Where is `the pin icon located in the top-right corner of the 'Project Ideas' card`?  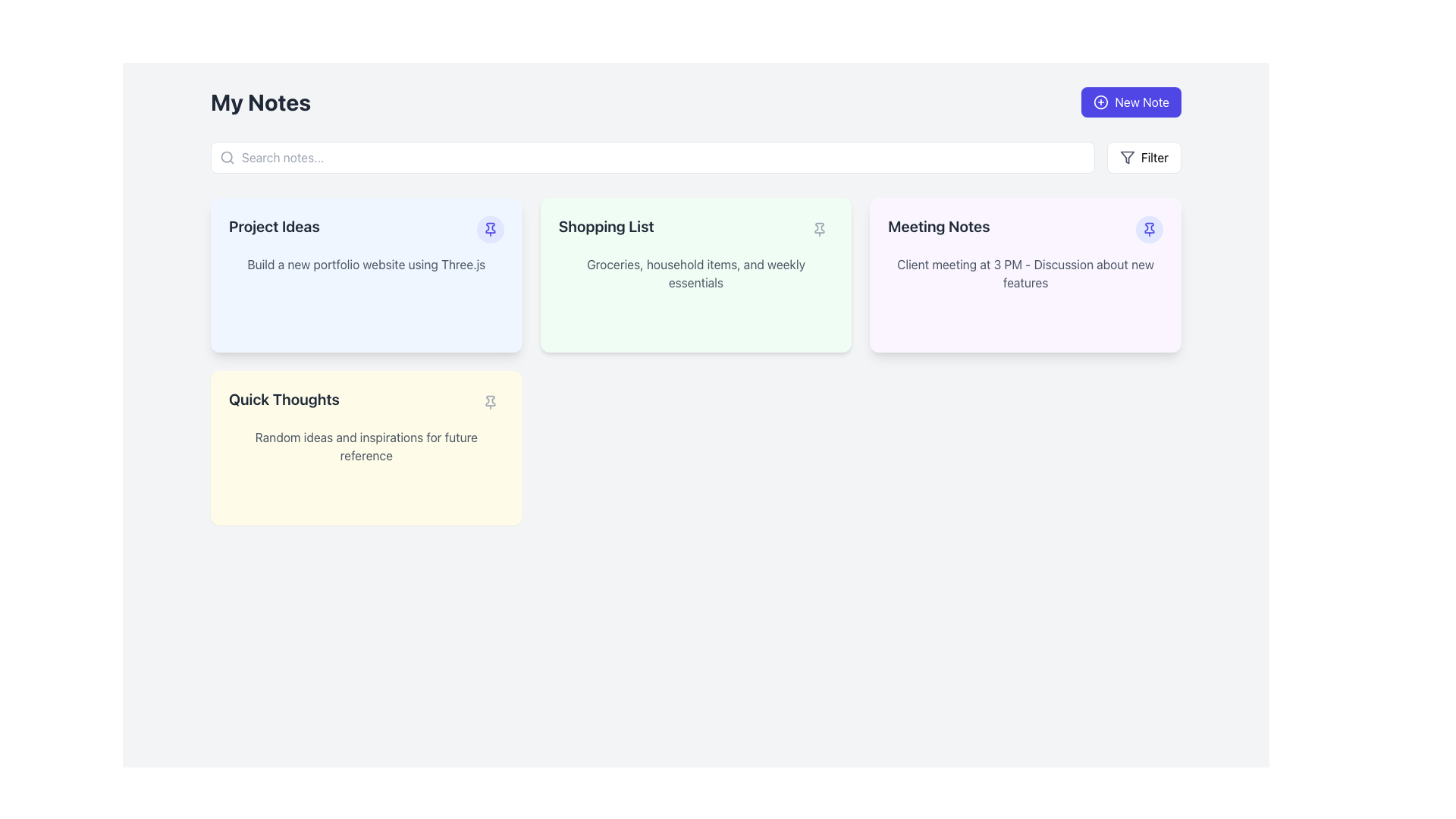 the pin icon located in the top-right corner of the 'Project Ideas' card is located at coordinates (490, 230).